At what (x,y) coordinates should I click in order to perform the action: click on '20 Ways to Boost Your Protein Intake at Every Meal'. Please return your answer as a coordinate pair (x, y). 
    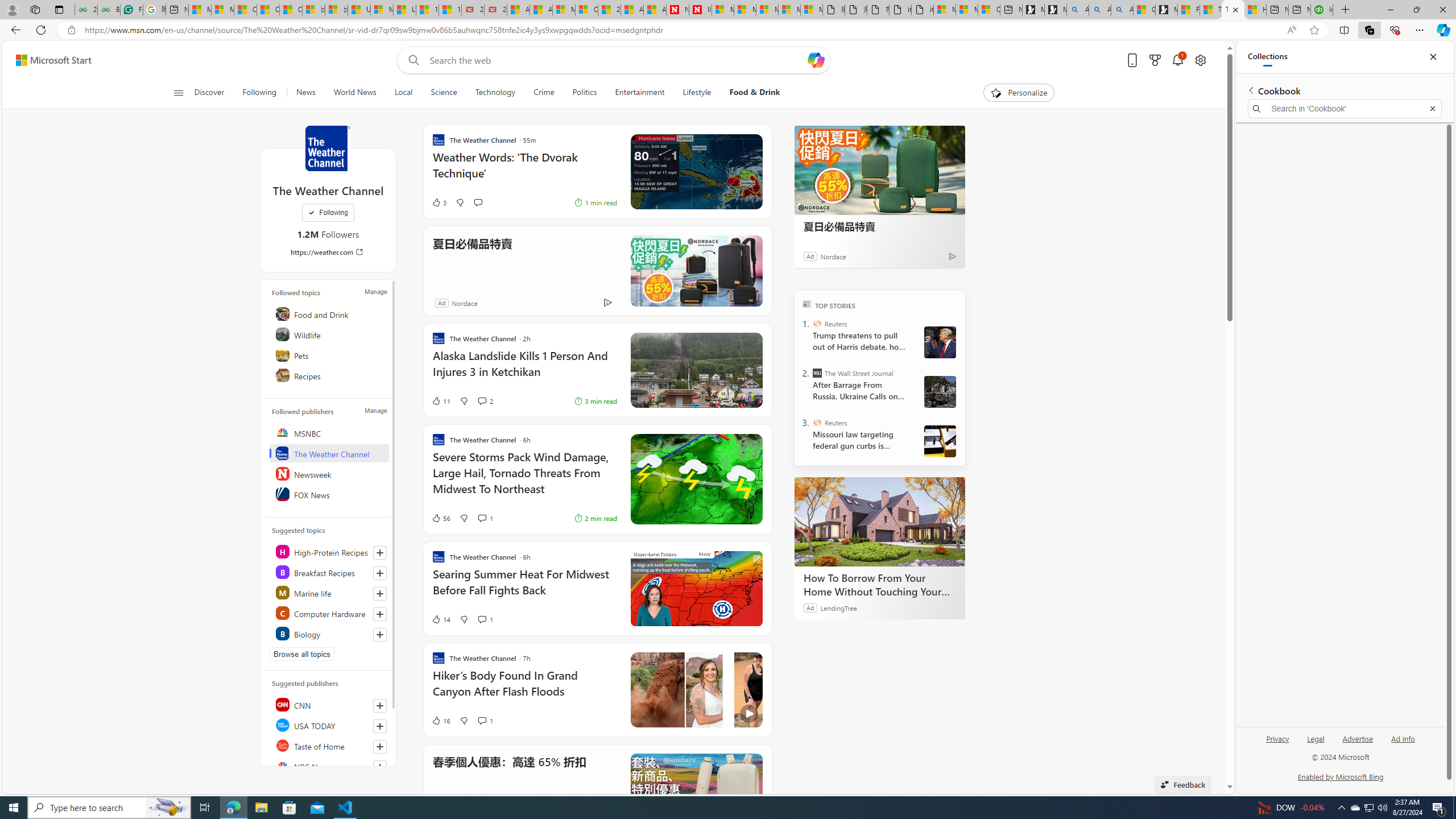
    Looking at the image, I should click on (609, 9).